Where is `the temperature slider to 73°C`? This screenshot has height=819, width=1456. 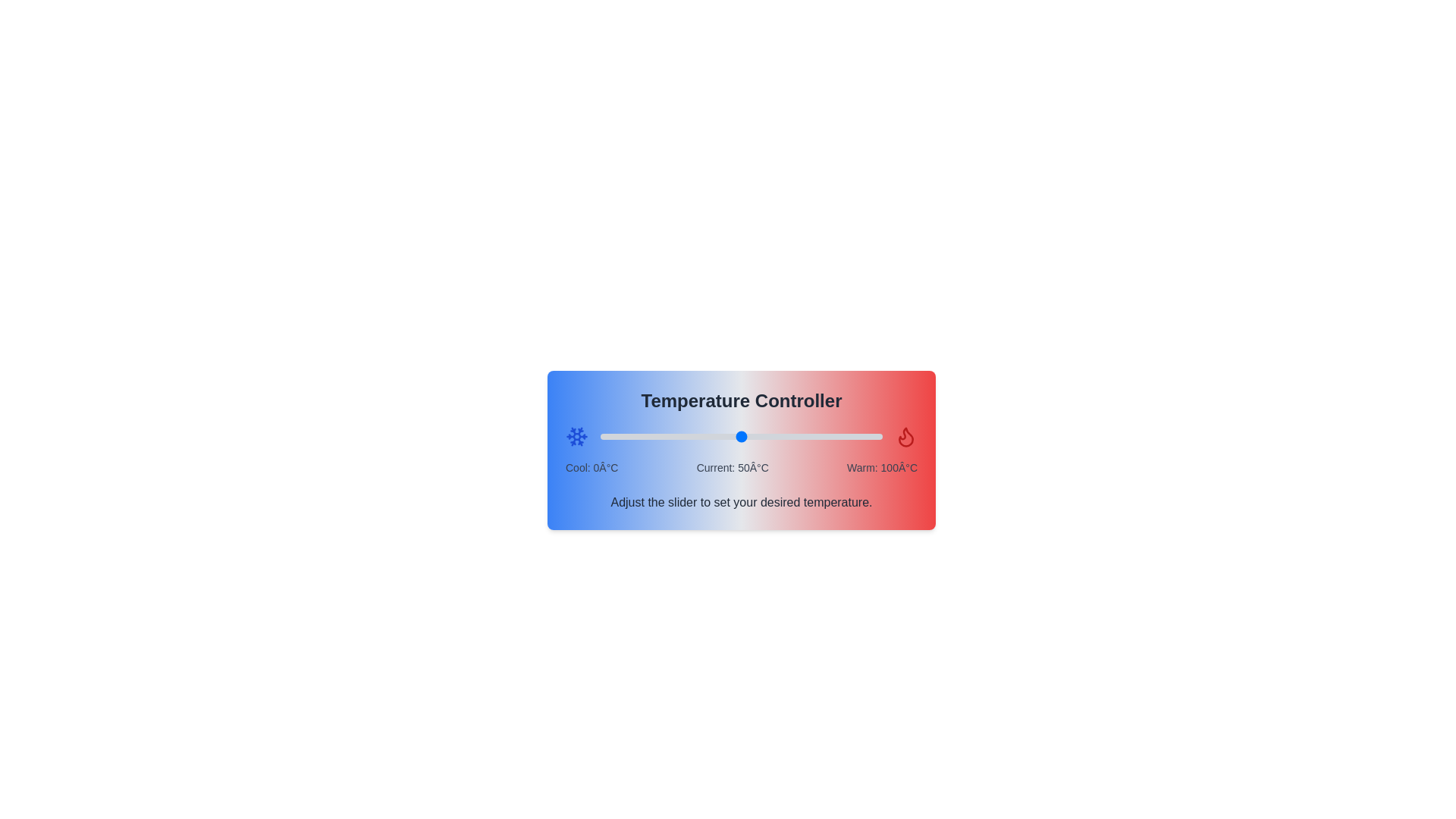 the temperature slider to 73°C is located at coordinates (805, 436).